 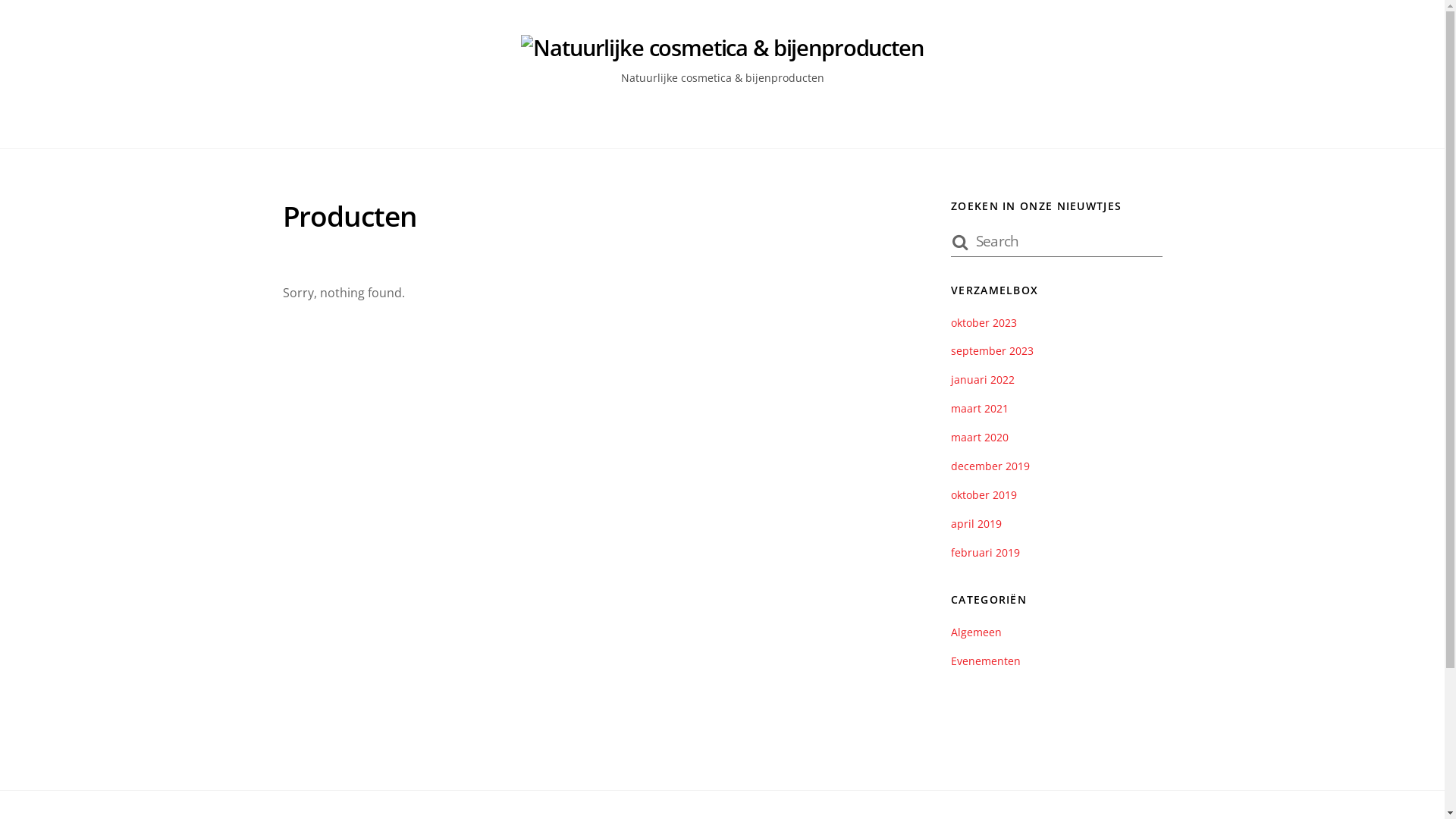 What do you see at coordinates (949, 350) in the screenshot?
I see `'september 2023'` at bounding box center [949, 350].